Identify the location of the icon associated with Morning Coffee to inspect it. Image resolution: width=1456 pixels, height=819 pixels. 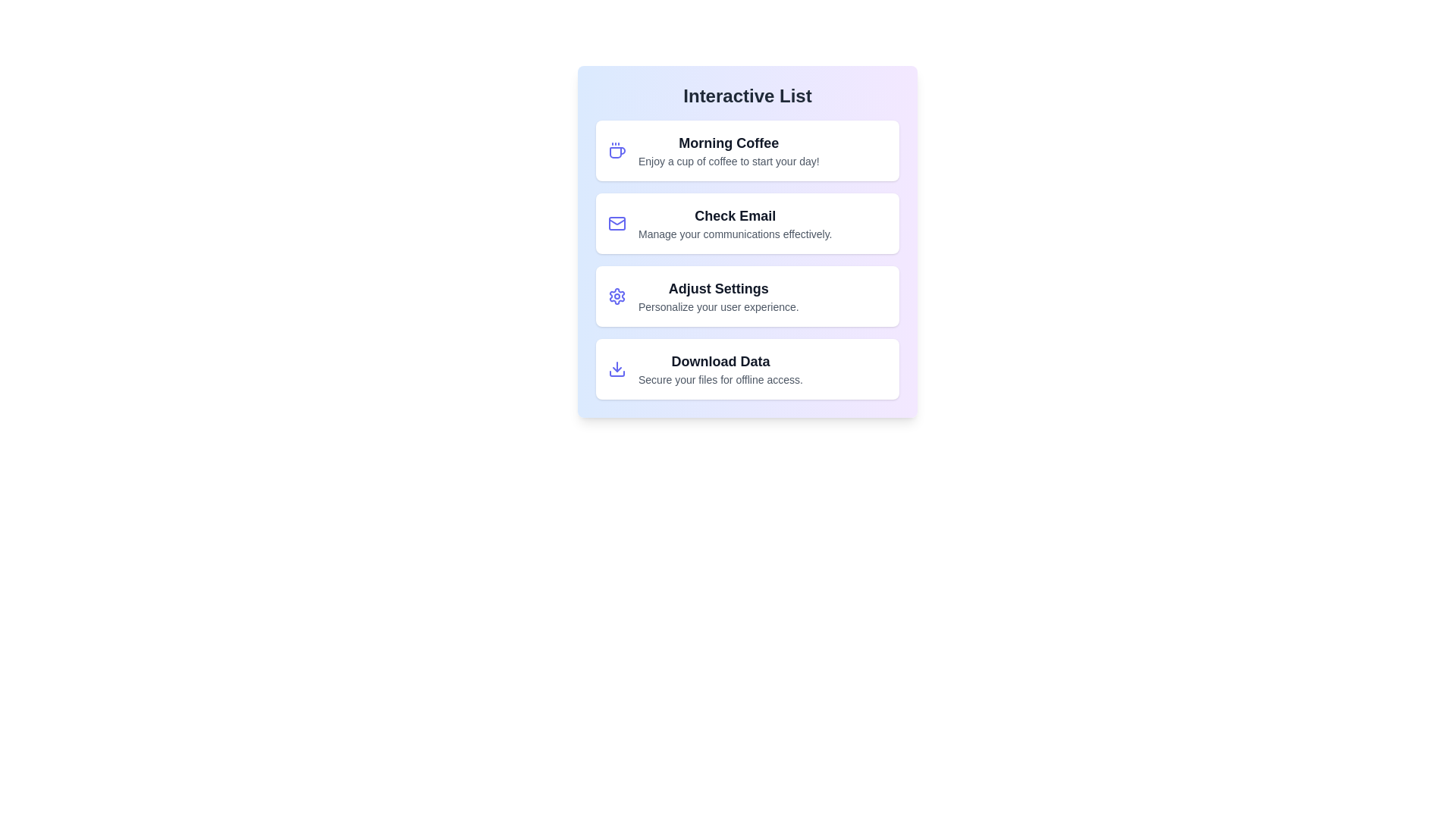
(617, 151).